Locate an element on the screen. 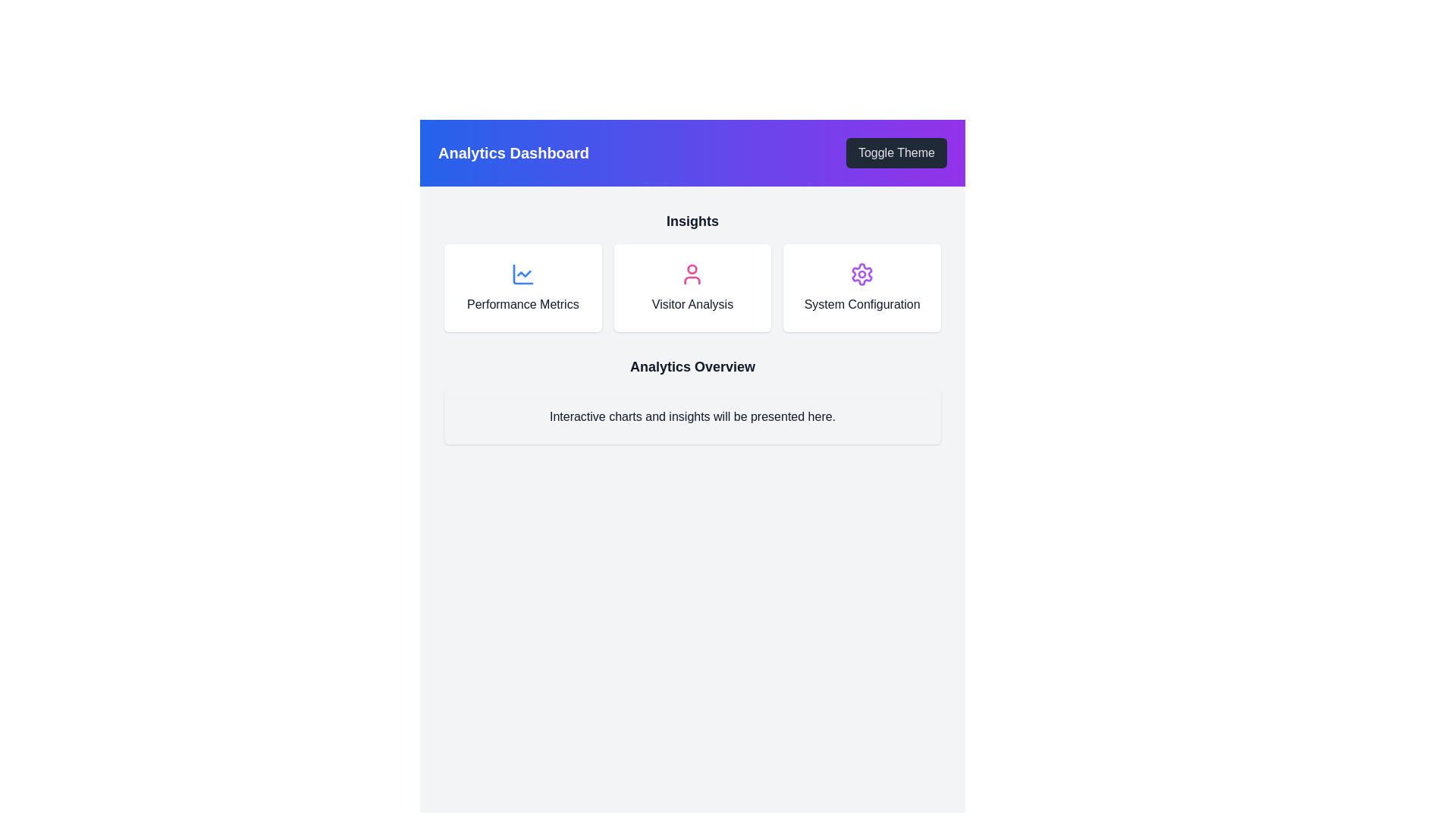  the first card in the 'Insights' section under the 'Analytics Dashboard' heading is located at coordinates (522, 288).